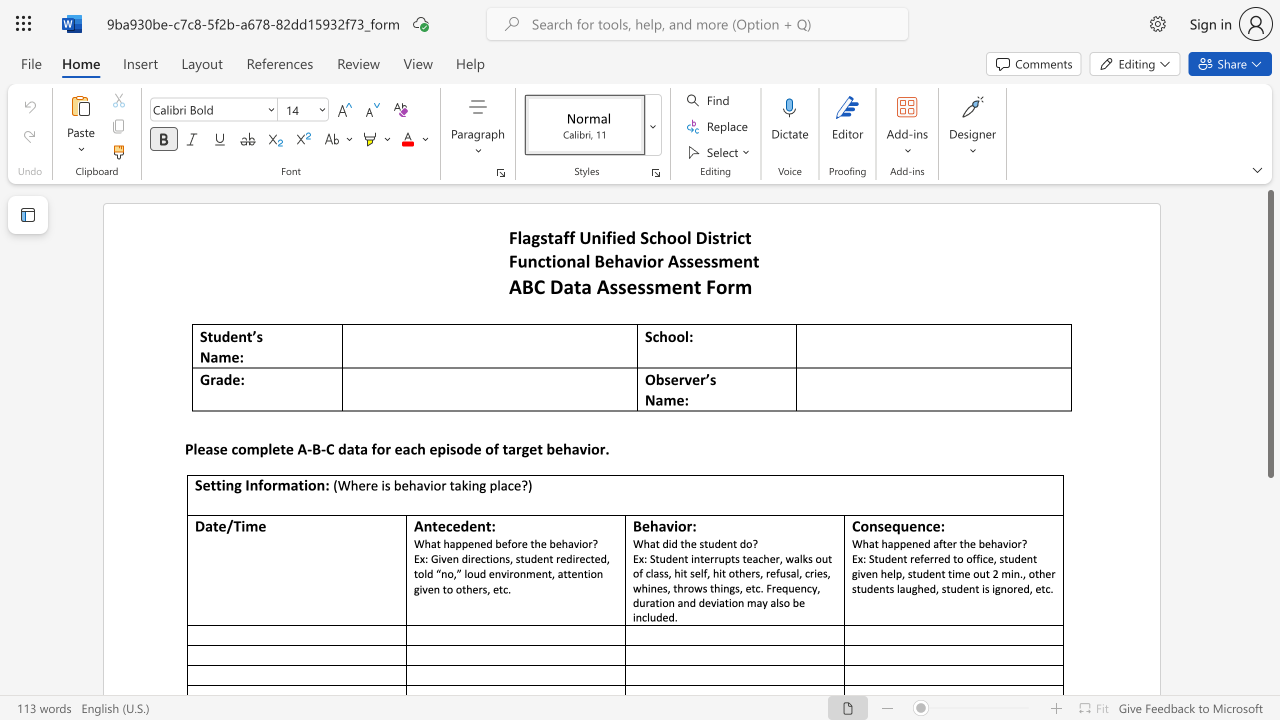  I want to click on the subset text "s N" within the text "Student’s Name:", so click(255, 335).